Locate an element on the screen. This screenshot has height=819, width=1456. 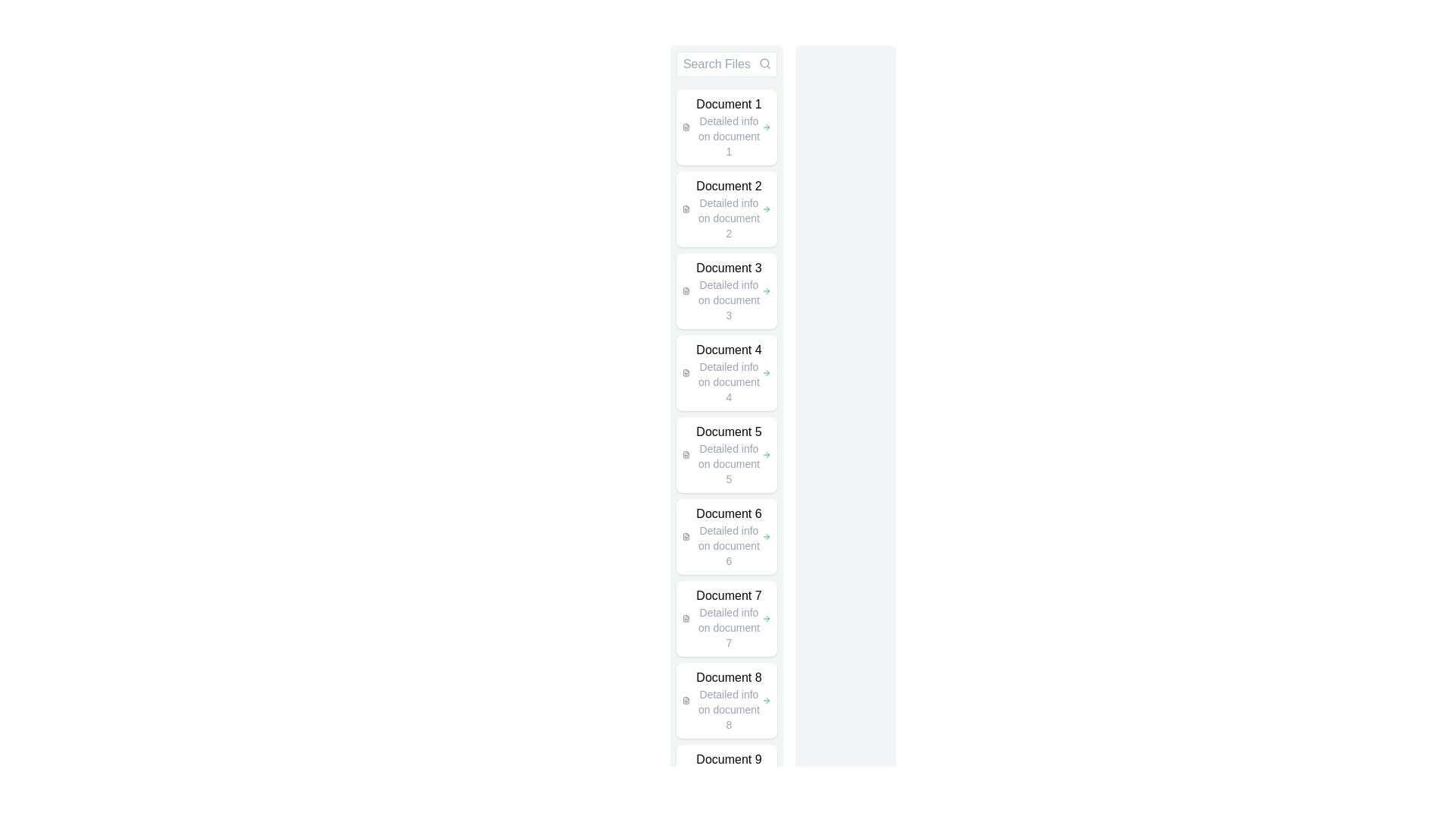
the document icon that resembles a document with text lines inside, located in the third item of the document list next to 'Document 3' is located at coordinates (685, 291).